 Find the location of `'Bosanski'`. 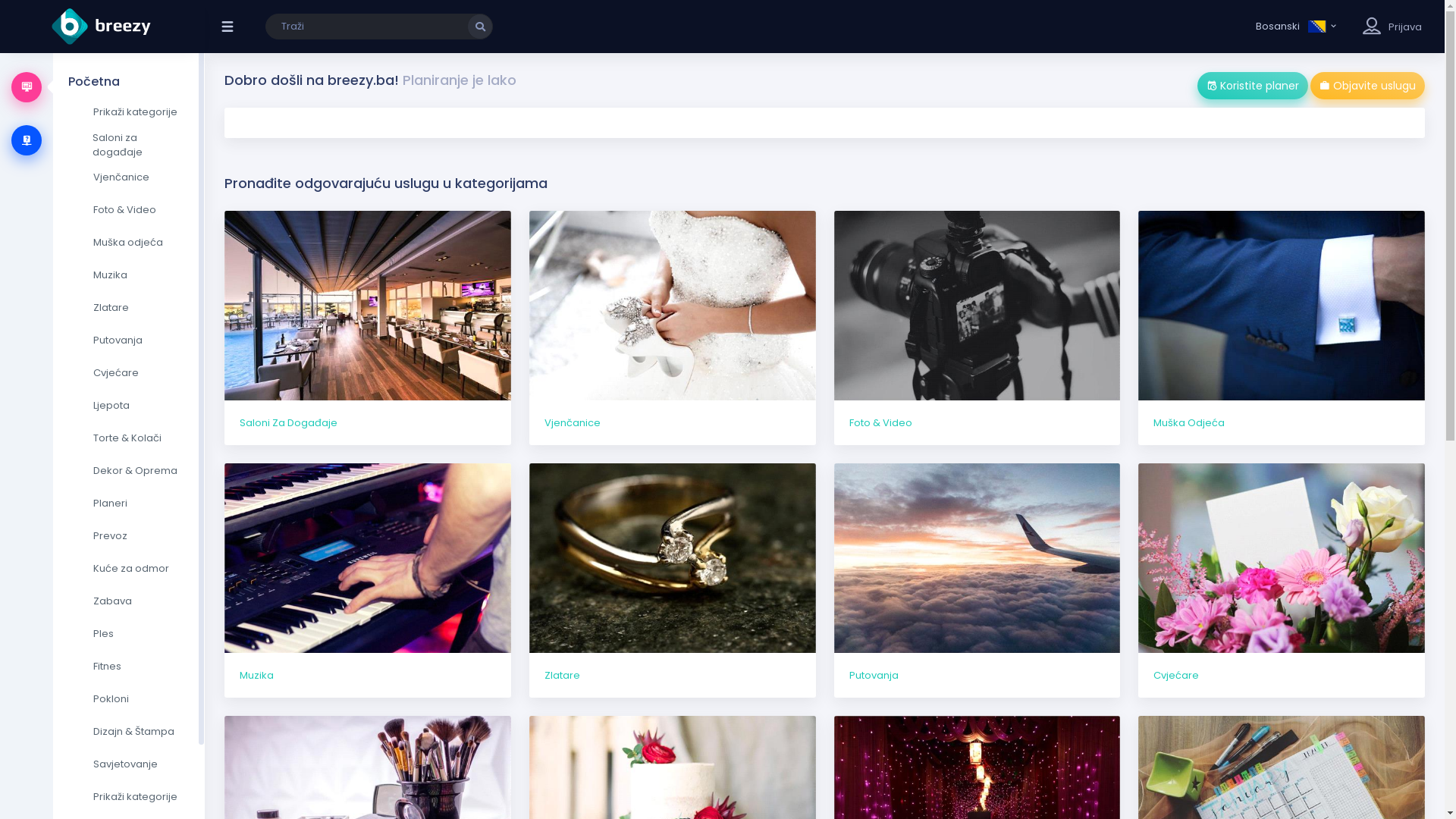

'Bosanski' is located at coordinates (1296, 26).